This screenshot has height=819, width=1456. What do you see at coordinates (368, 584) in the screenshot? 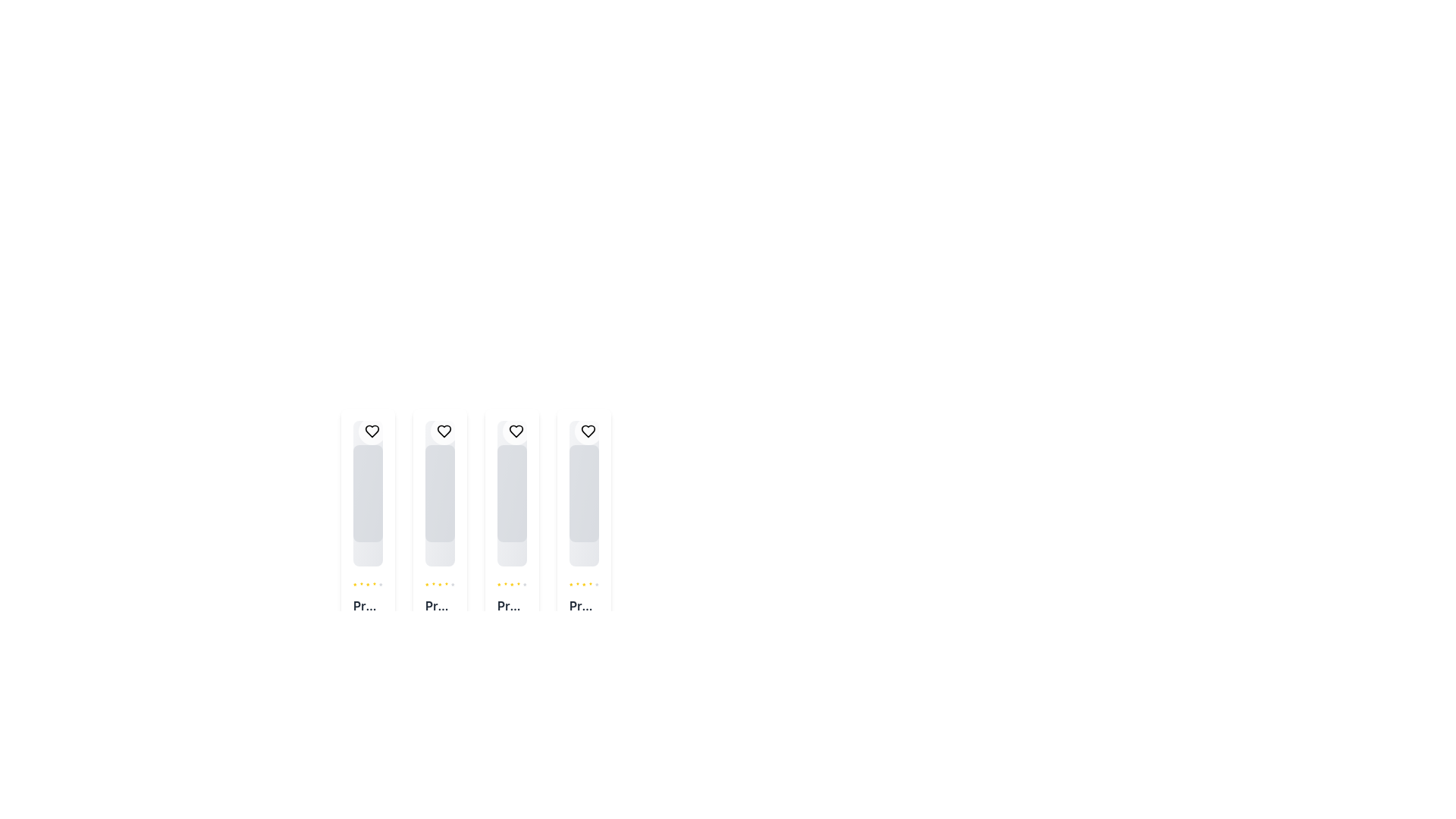
I see `the fourth star icon in a row of five stars, indicating a selected rating level on the card-like component` at bounding box center [368, 584].